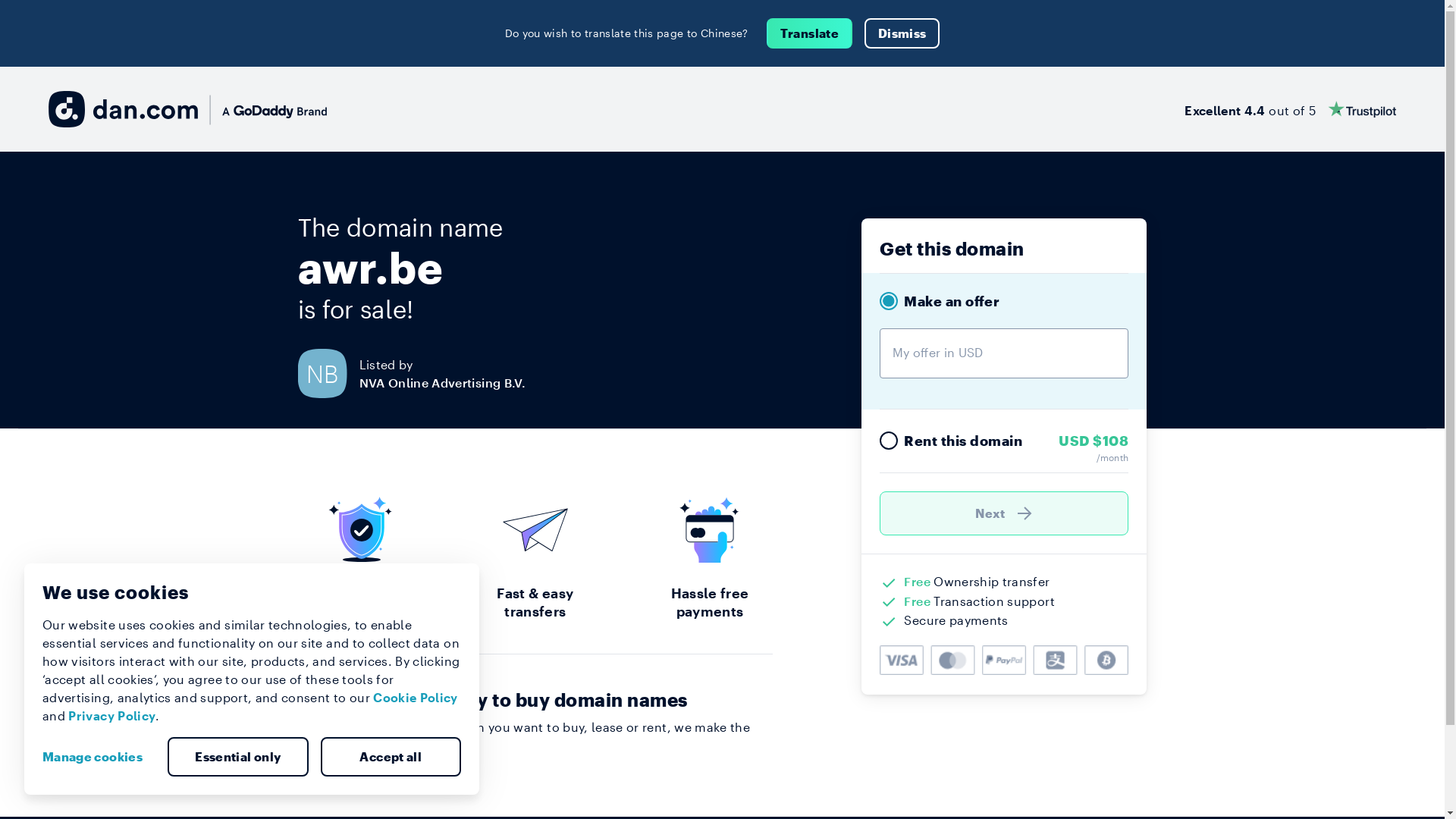  What do you see at coordinates (808, 33) in the screenshot?
I see `'Translate'` at bounding box center [808, 33].